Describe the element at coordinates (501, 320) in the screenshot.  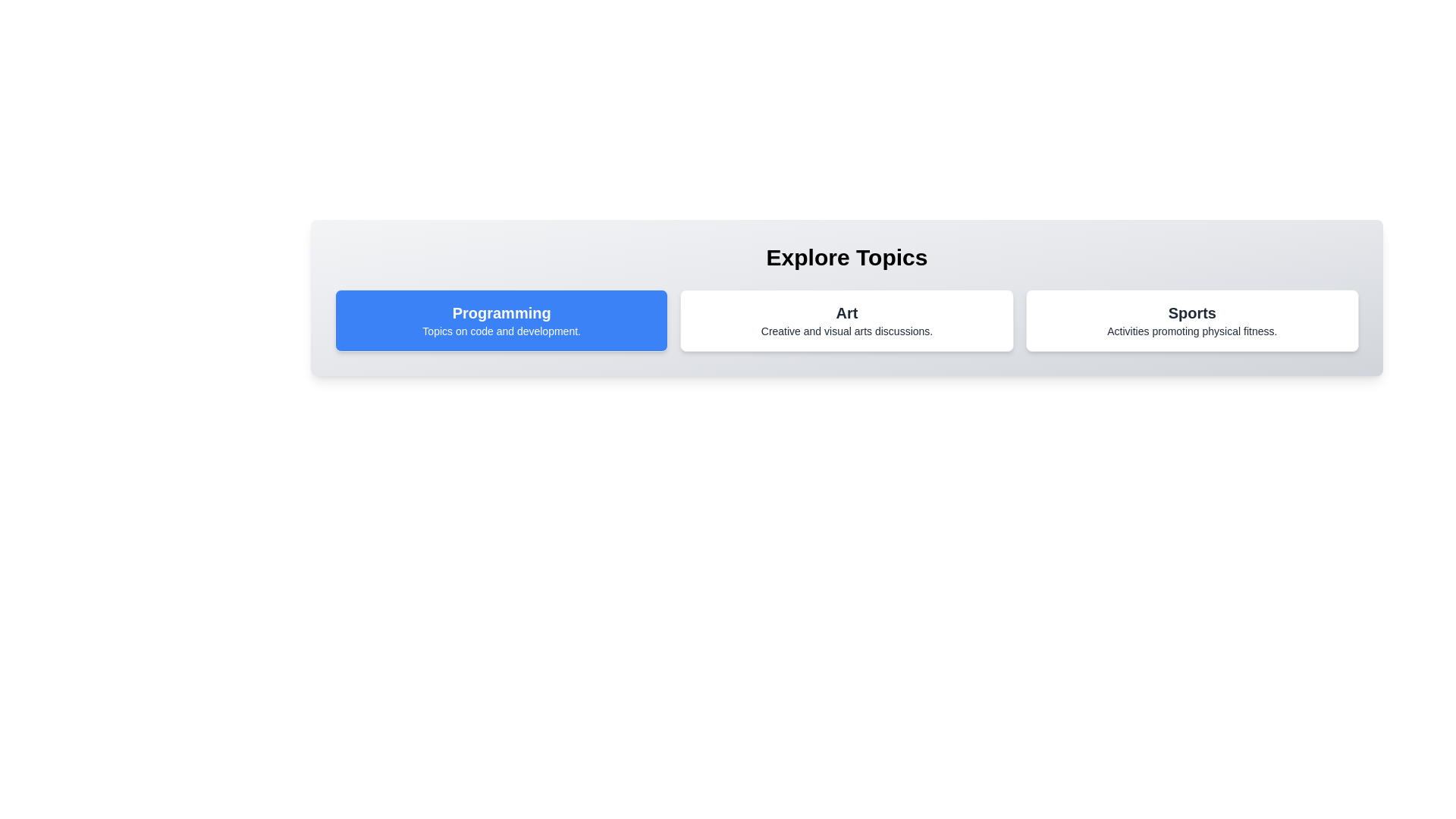
I see `the topic card labeled 'Programming'` at that location.